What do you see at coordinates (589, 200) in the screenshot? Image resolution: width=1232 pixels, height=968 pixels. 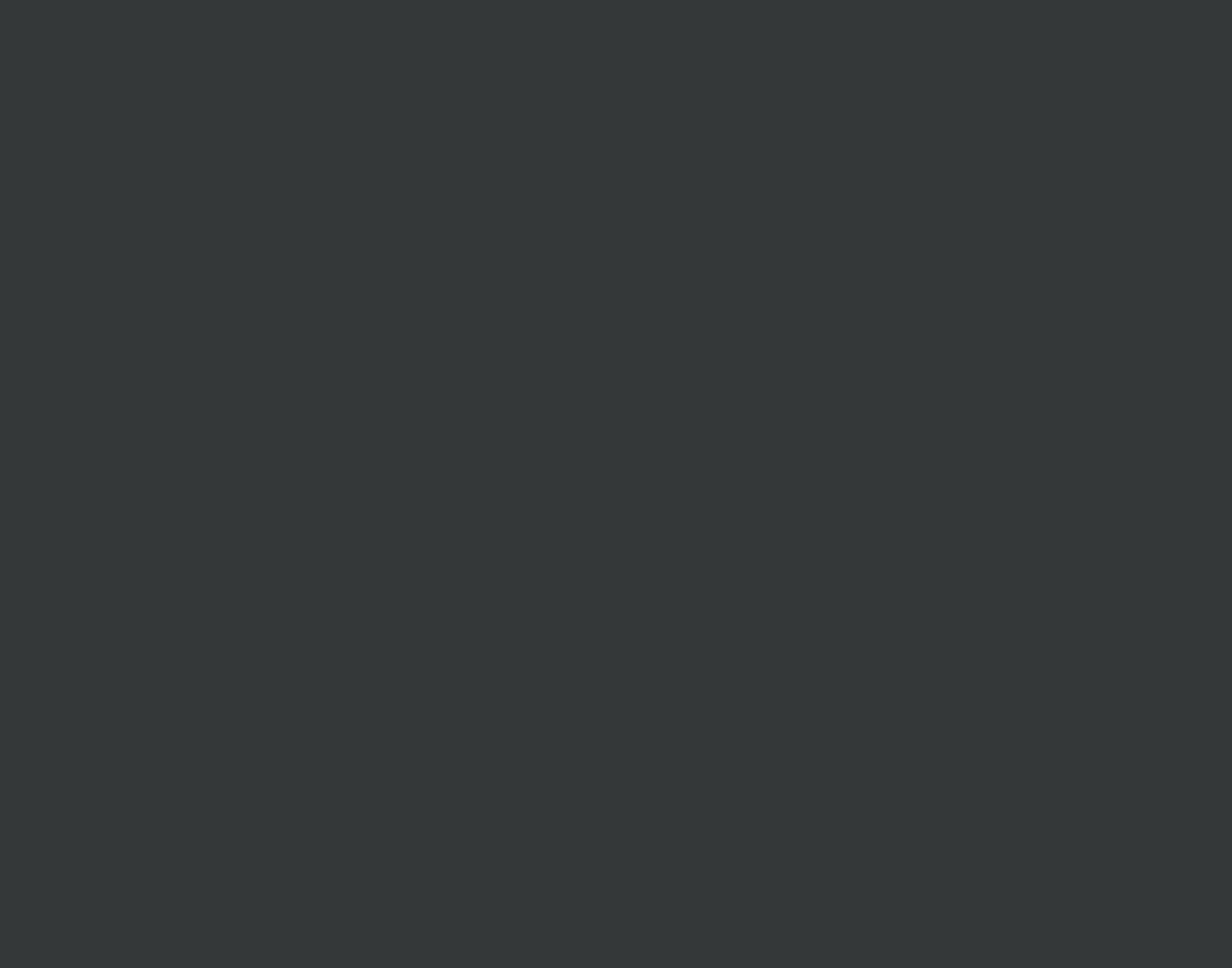 I see `'readers advisory'` at bounding box center [589, 200].